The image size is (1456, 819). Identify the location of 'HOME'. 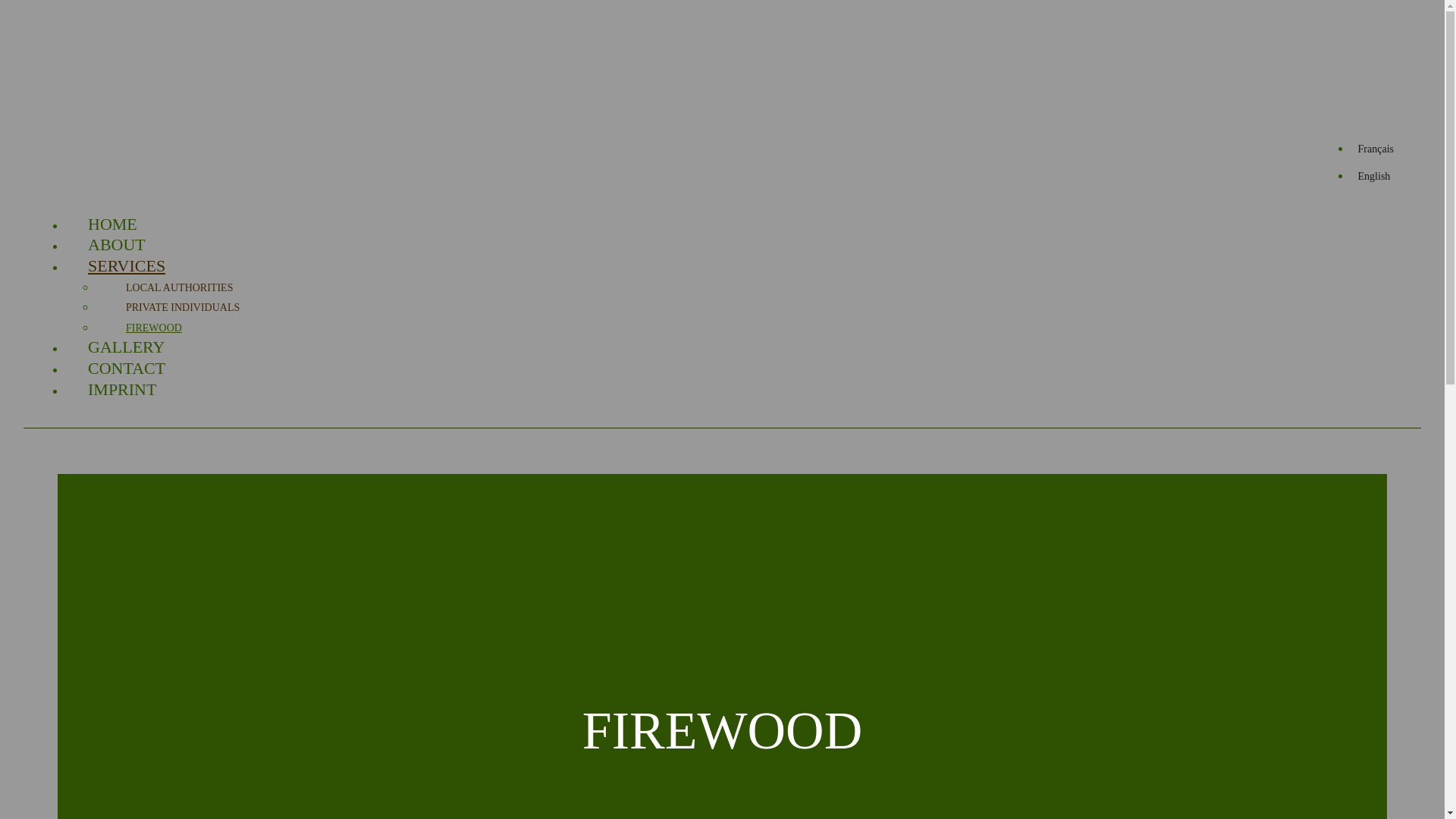
(111, 224).